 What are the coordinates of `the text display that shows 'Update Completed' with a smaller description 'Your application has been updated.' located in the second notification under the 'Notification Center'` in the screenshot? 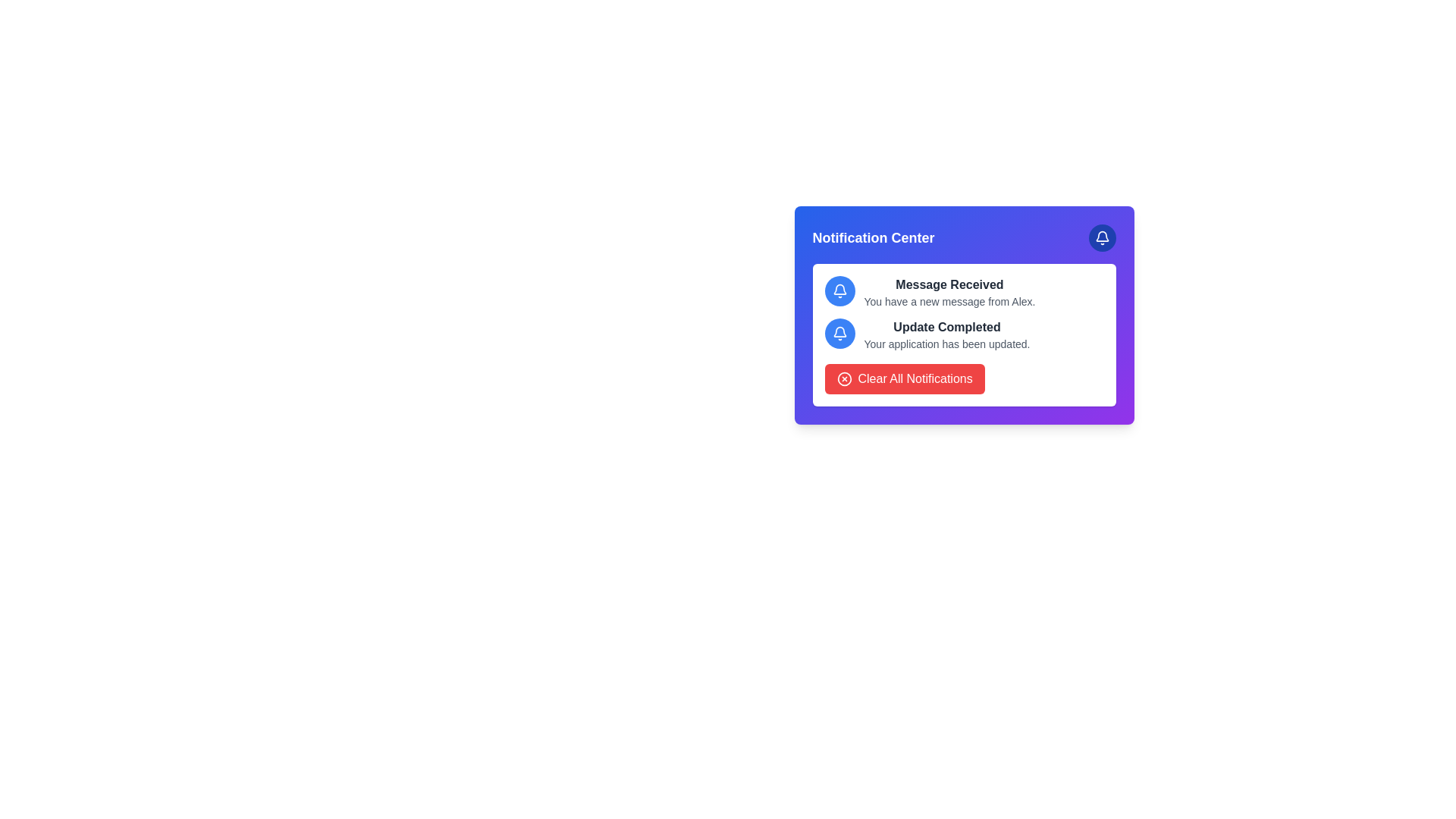 It's located at (946, 334).